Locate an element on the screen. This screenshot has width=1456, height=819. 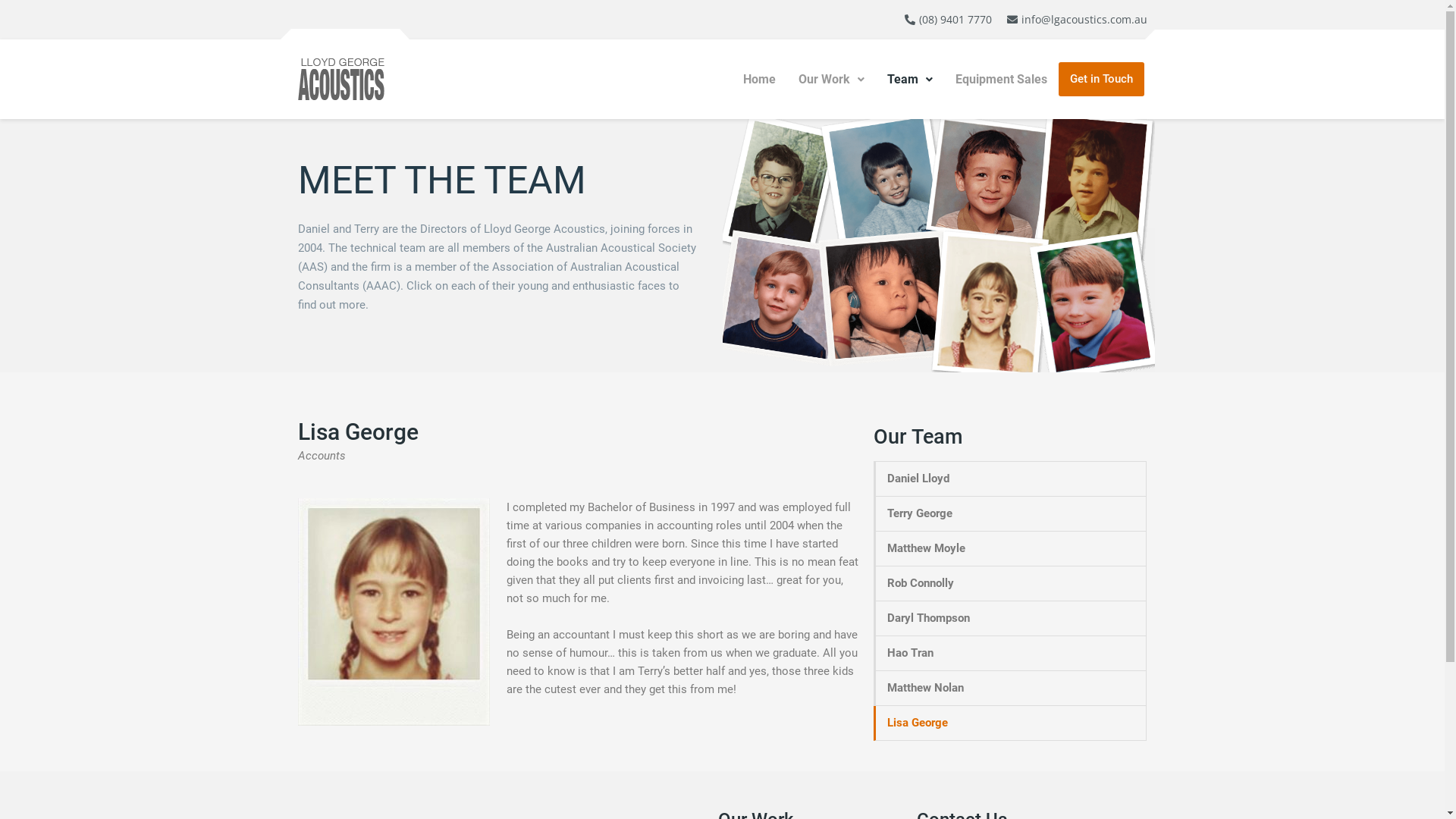
'Our Work' is located at coordinates (830, 79).